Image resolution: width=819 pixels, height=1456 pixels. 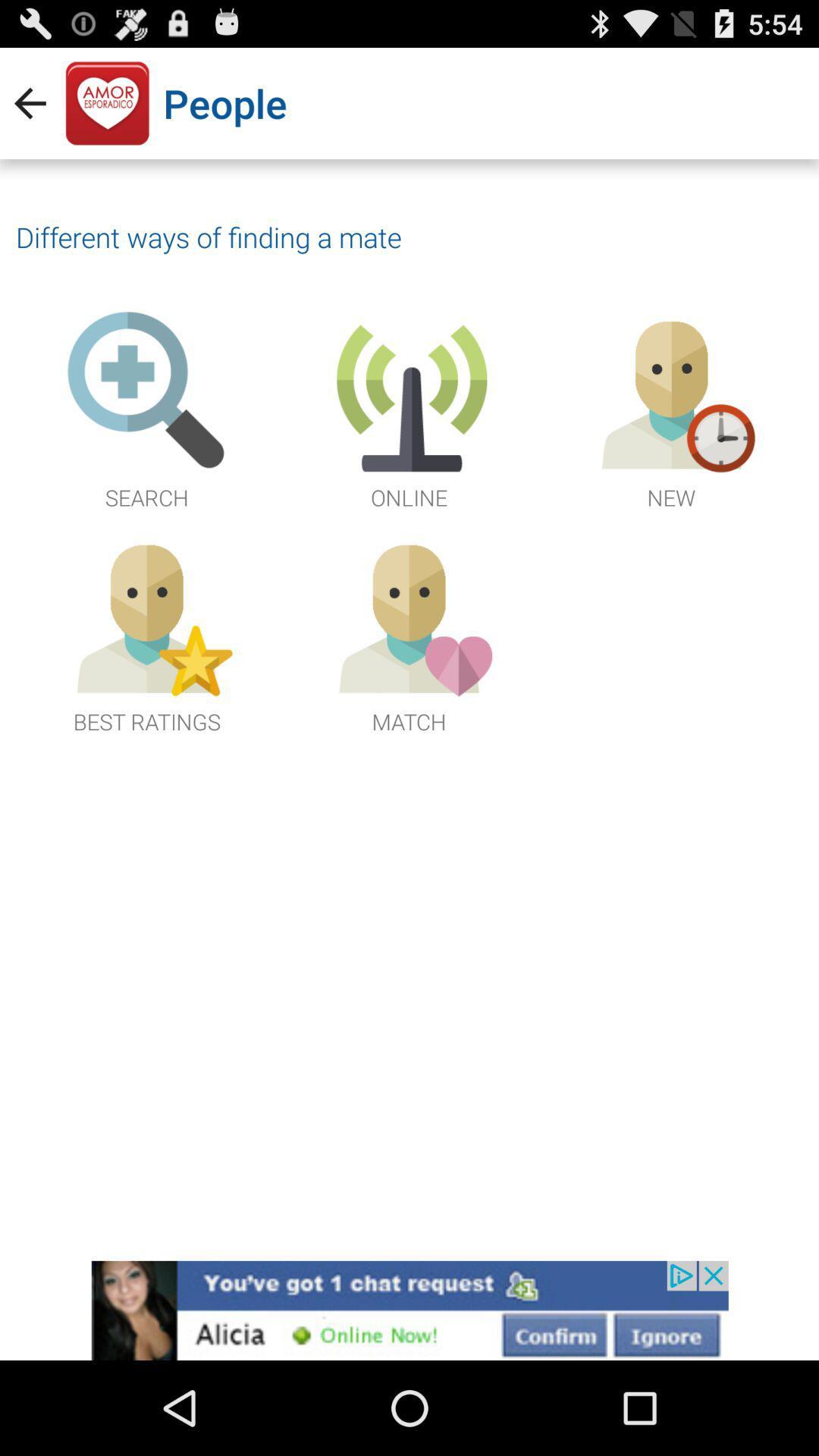 I want to click on the online icon, so click(x=409, y=411).